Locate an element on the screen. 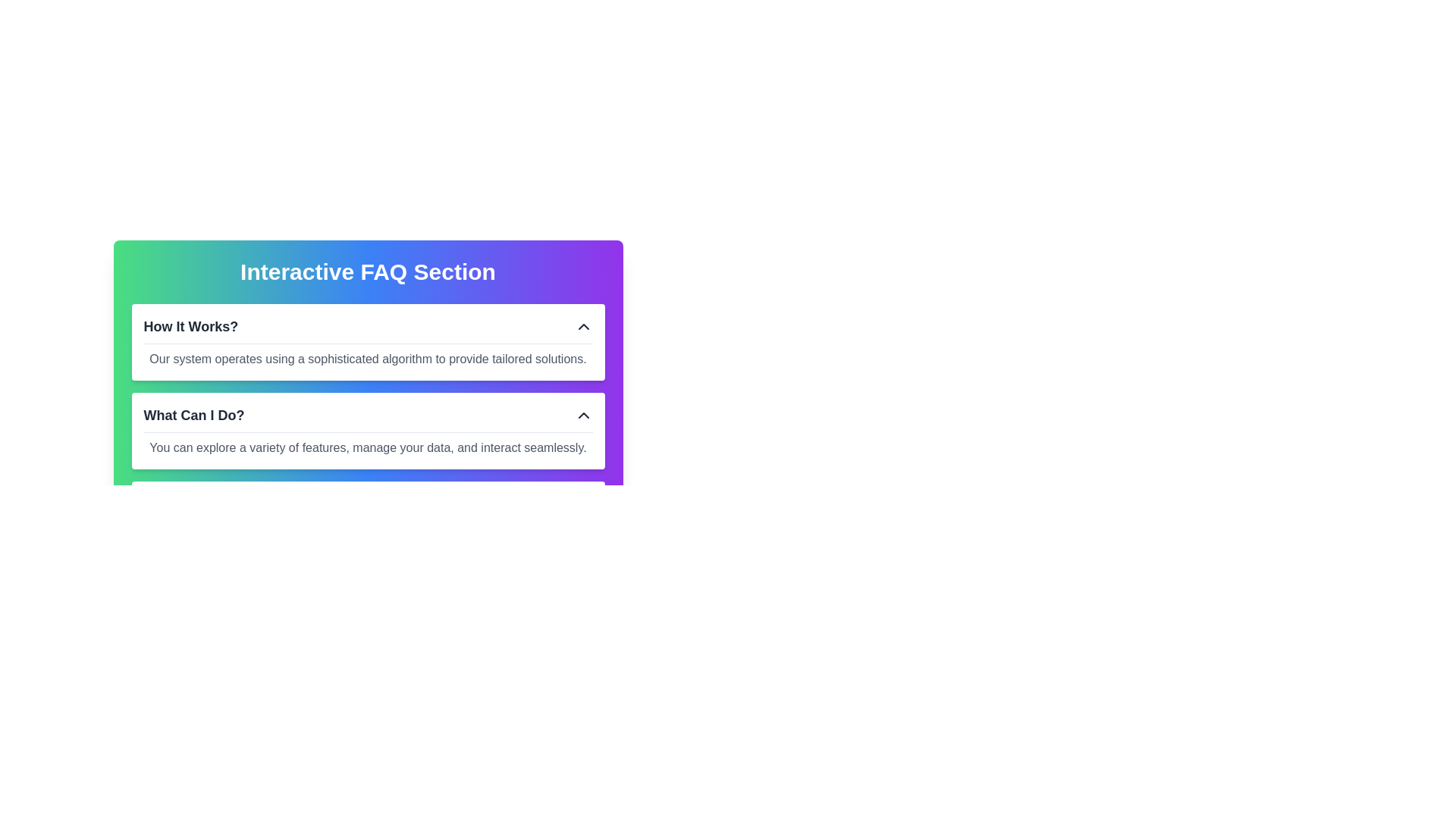  the Information block titled 'What Can I Do?', which is the second block in the vertical arrangement under the 'Interactive FAQ Section' is located at coordinates (368, 431).